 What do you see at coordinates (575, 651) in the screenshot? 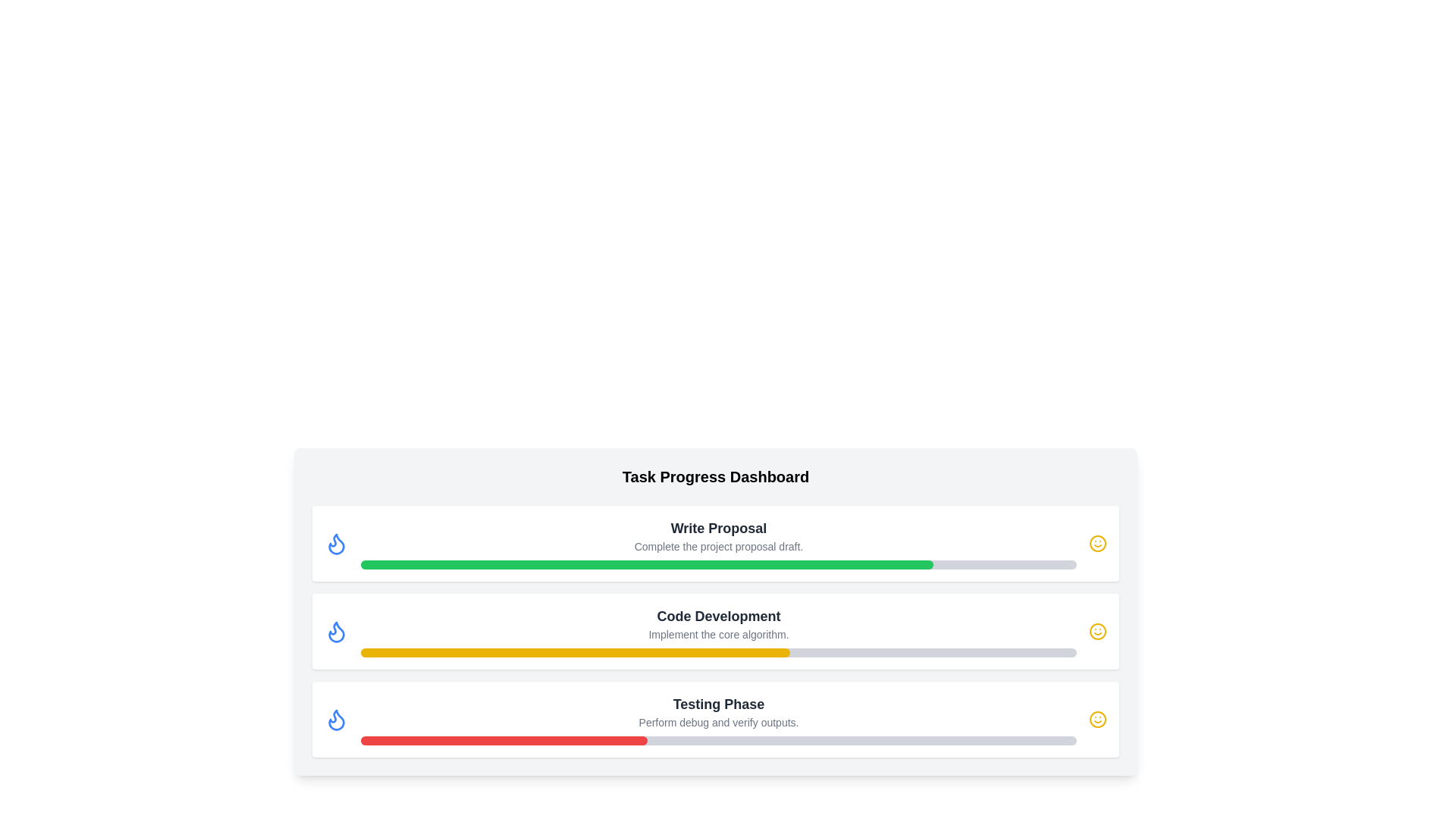
I see `the yellow progress bar segment under the 'Code Development' heading, which represents 60% of the progress bar's width` at bounding box center [575, 651].